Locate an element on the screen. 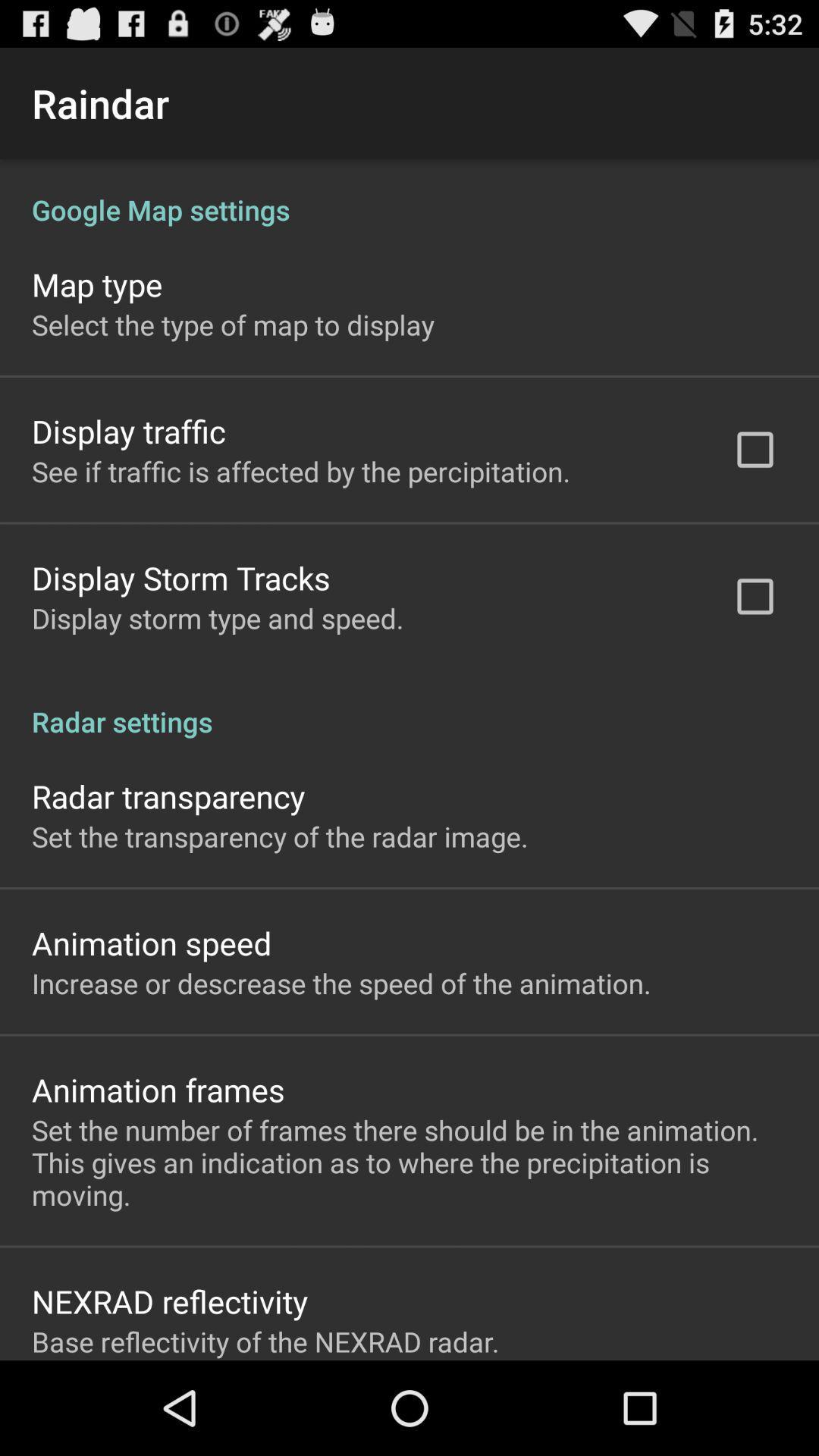 The width and height of the screenshot is (819, 1456). item below display storm type is located at coordinates (409, 704).